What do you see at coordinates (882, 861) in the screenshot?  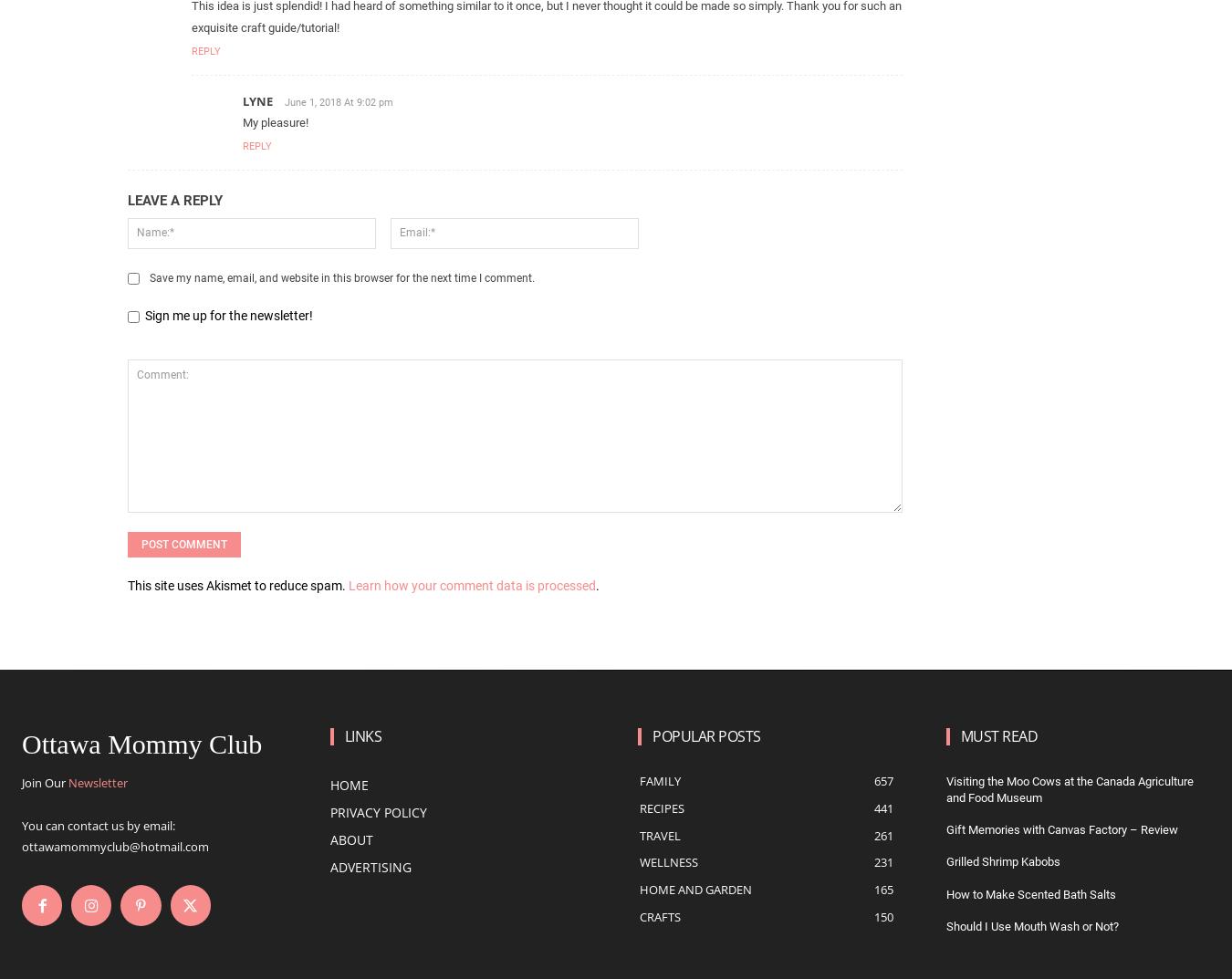 I see `'231'` at bounding box center [882, 861].